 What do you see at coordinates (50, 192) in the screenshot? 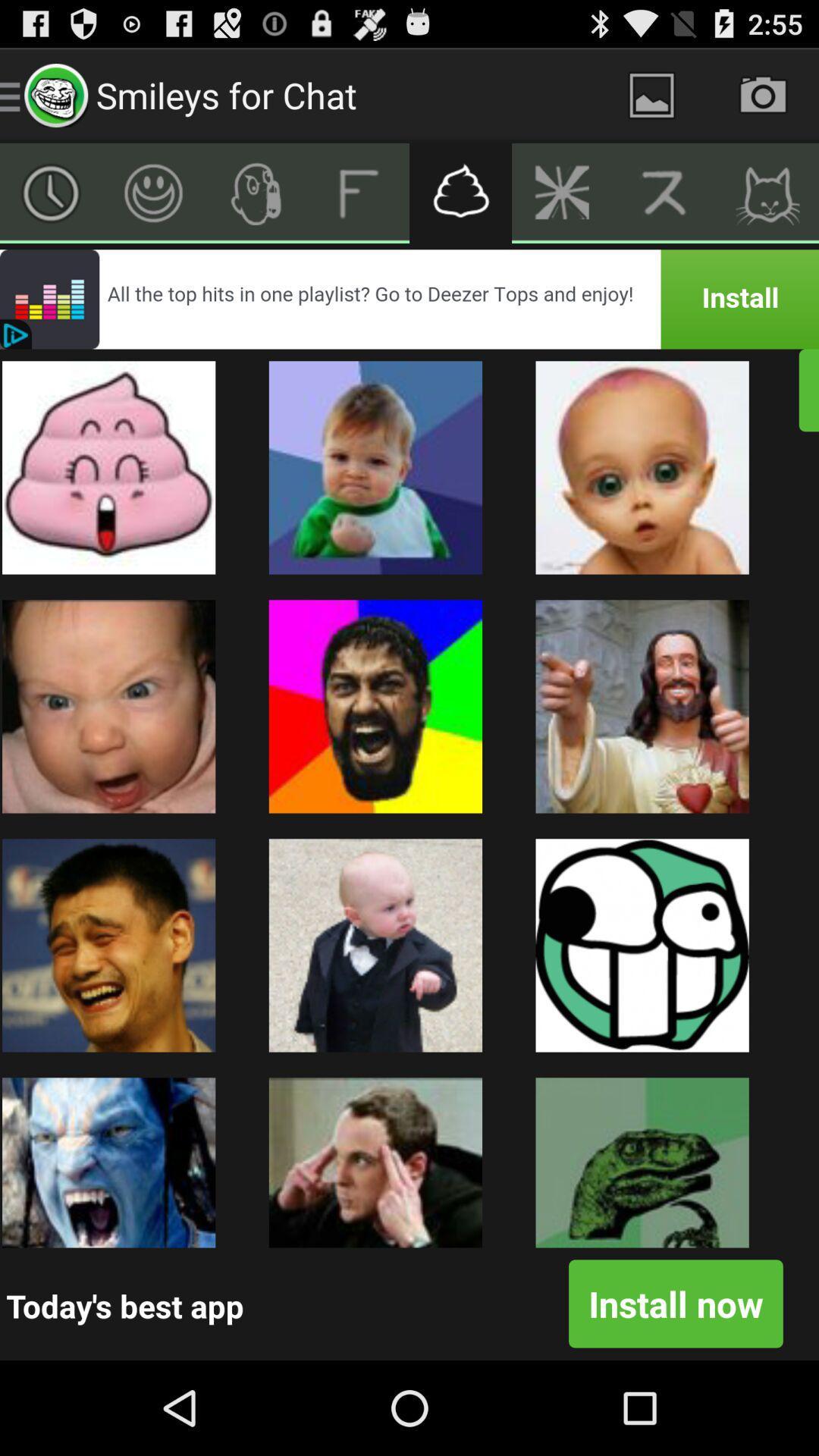
I see `recently used smileys` at bounding box center [50, 192].